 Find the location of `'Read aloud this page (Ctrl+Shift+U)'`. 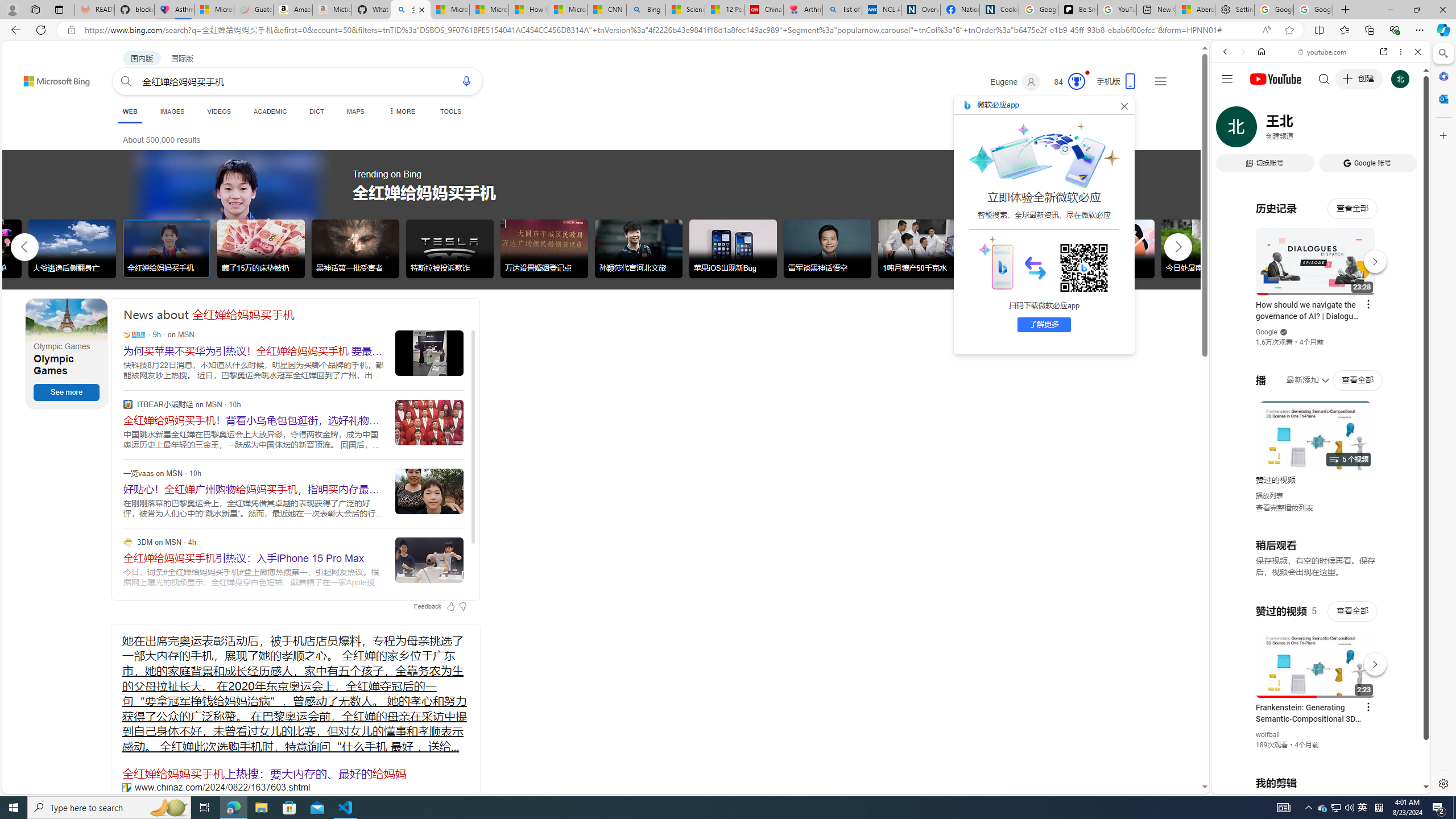

'Read aloud this page (Ctrl+Shift+U)' is located at coordinates (1266, 30).